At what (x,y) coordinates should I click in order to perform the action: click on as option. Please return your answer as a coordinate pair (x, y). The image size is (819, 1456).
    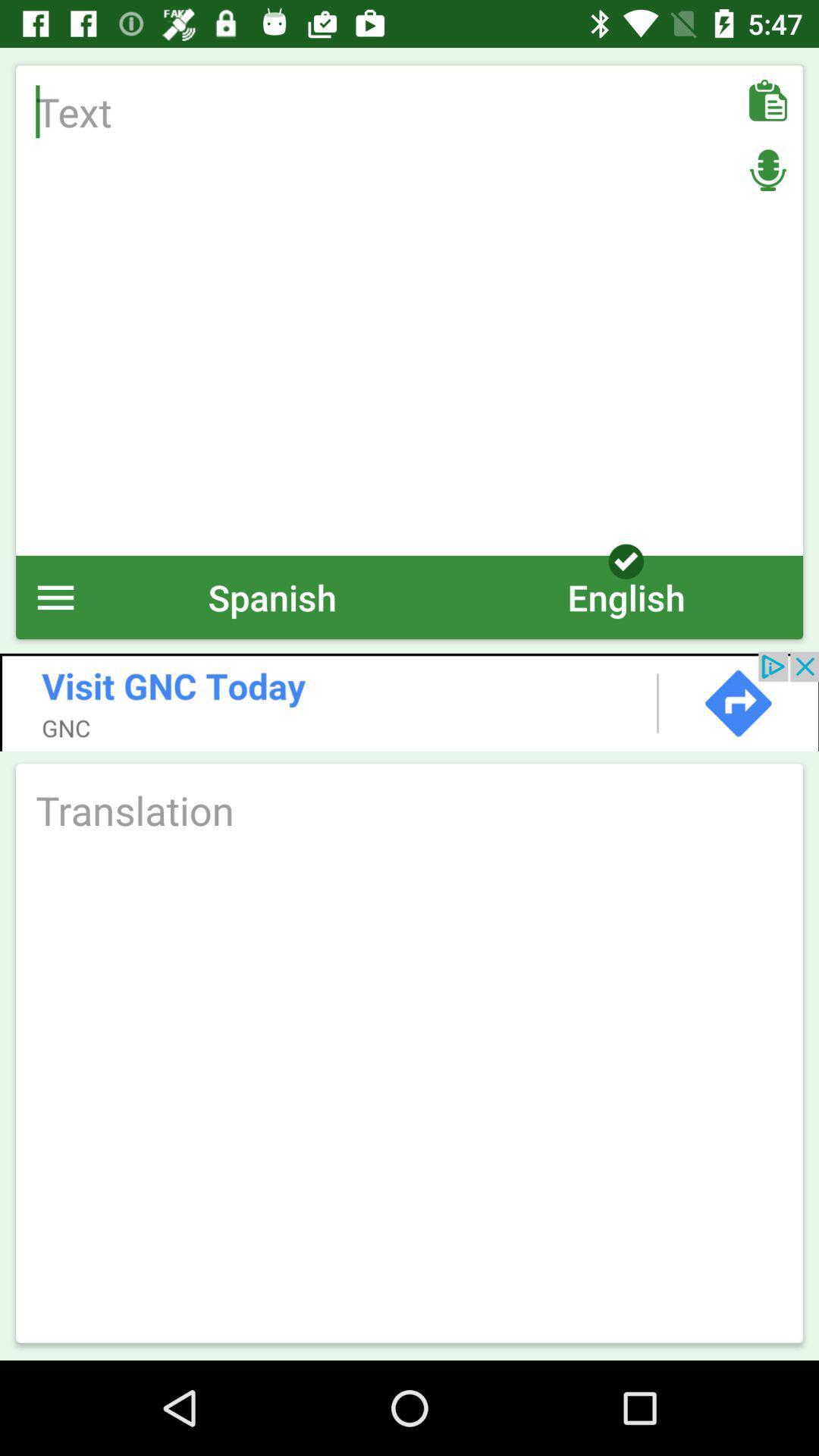
    Looking at the image, I should click on (767, 99).